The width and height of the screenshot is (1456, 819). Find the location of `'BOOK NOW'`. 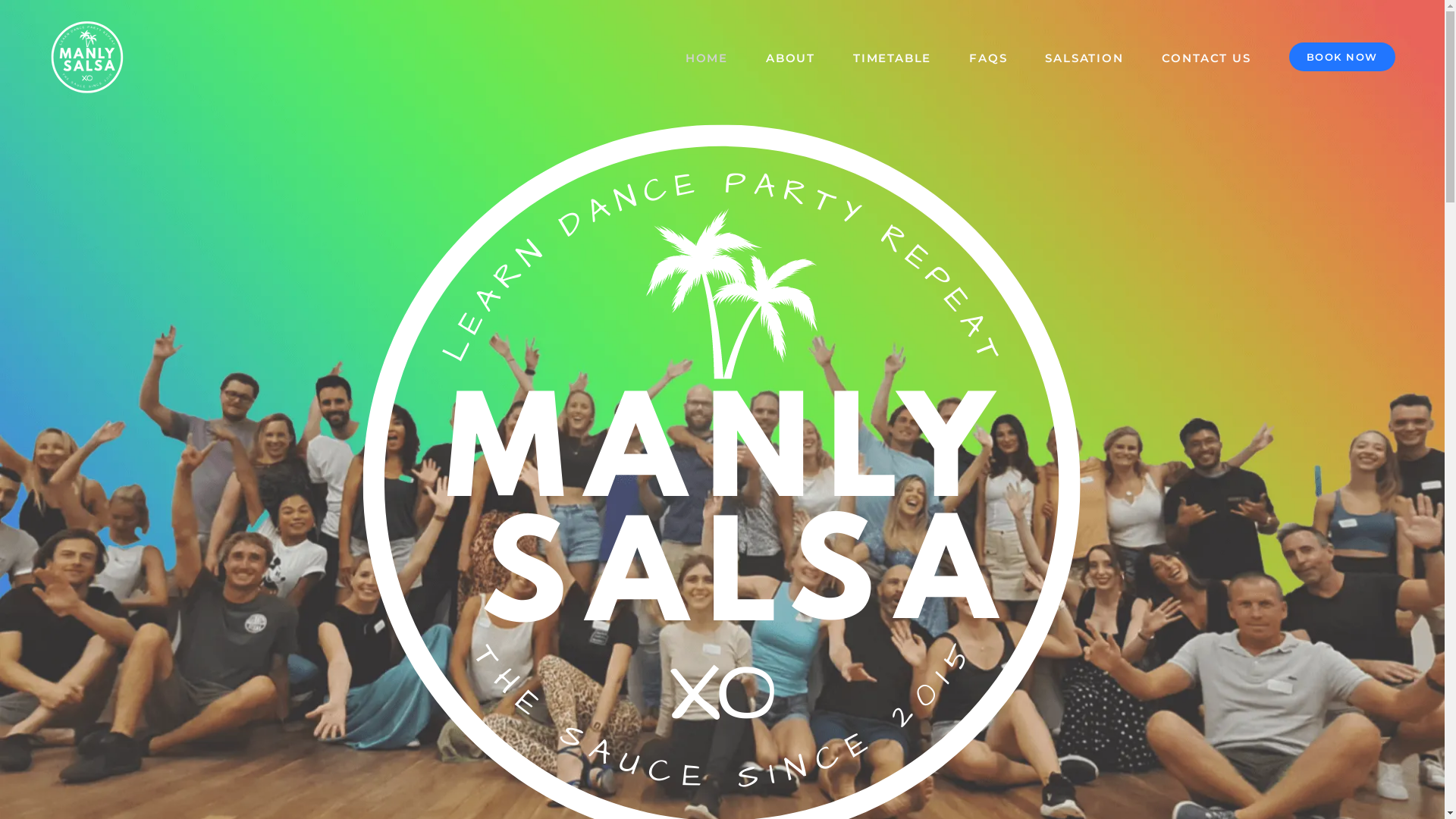

'BOOK NOW' is located at coordinates (1342, 55).